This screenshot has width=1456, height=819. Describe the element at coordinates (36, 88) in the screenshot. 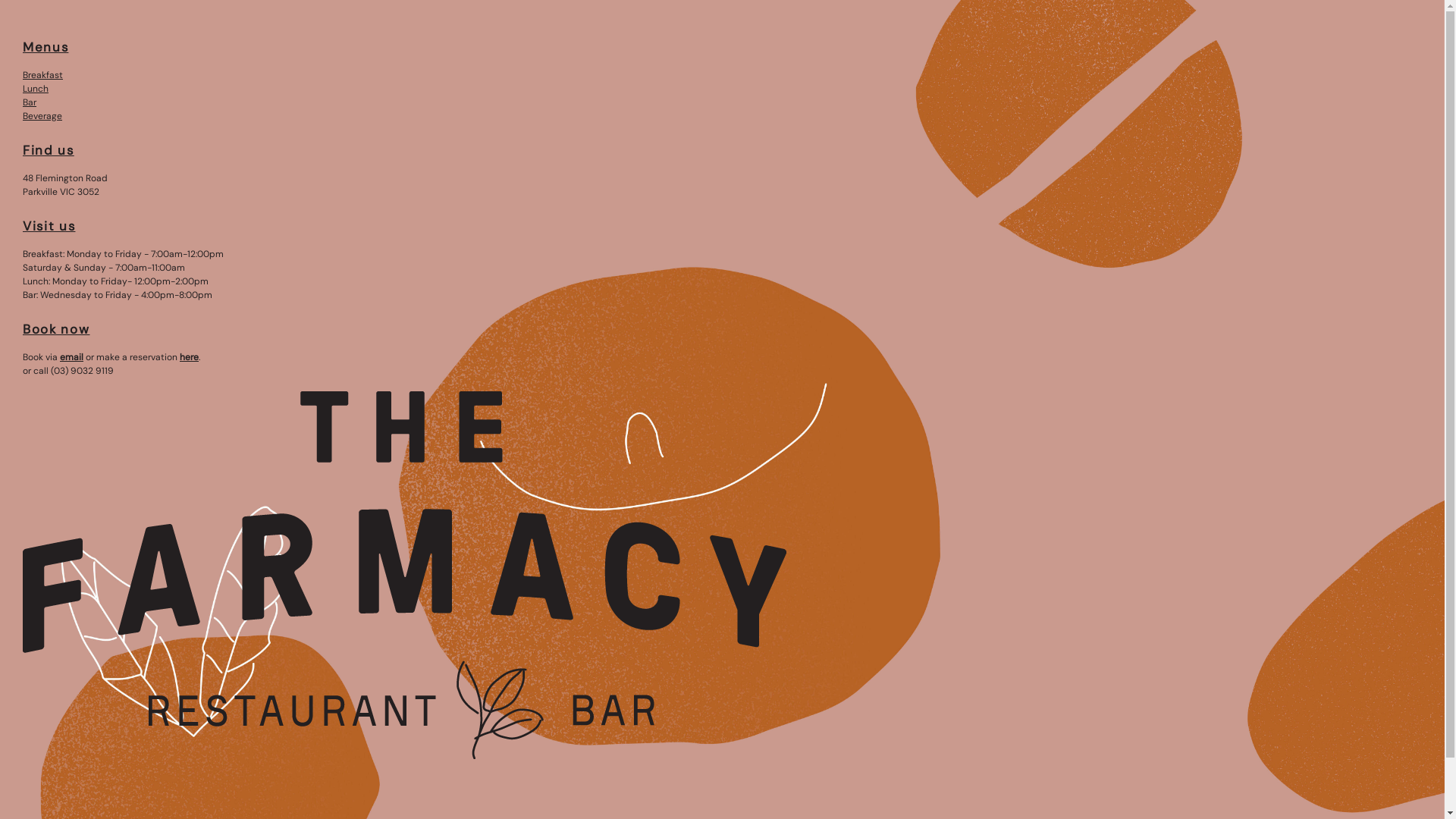

I see `'Lunch'` at that location.